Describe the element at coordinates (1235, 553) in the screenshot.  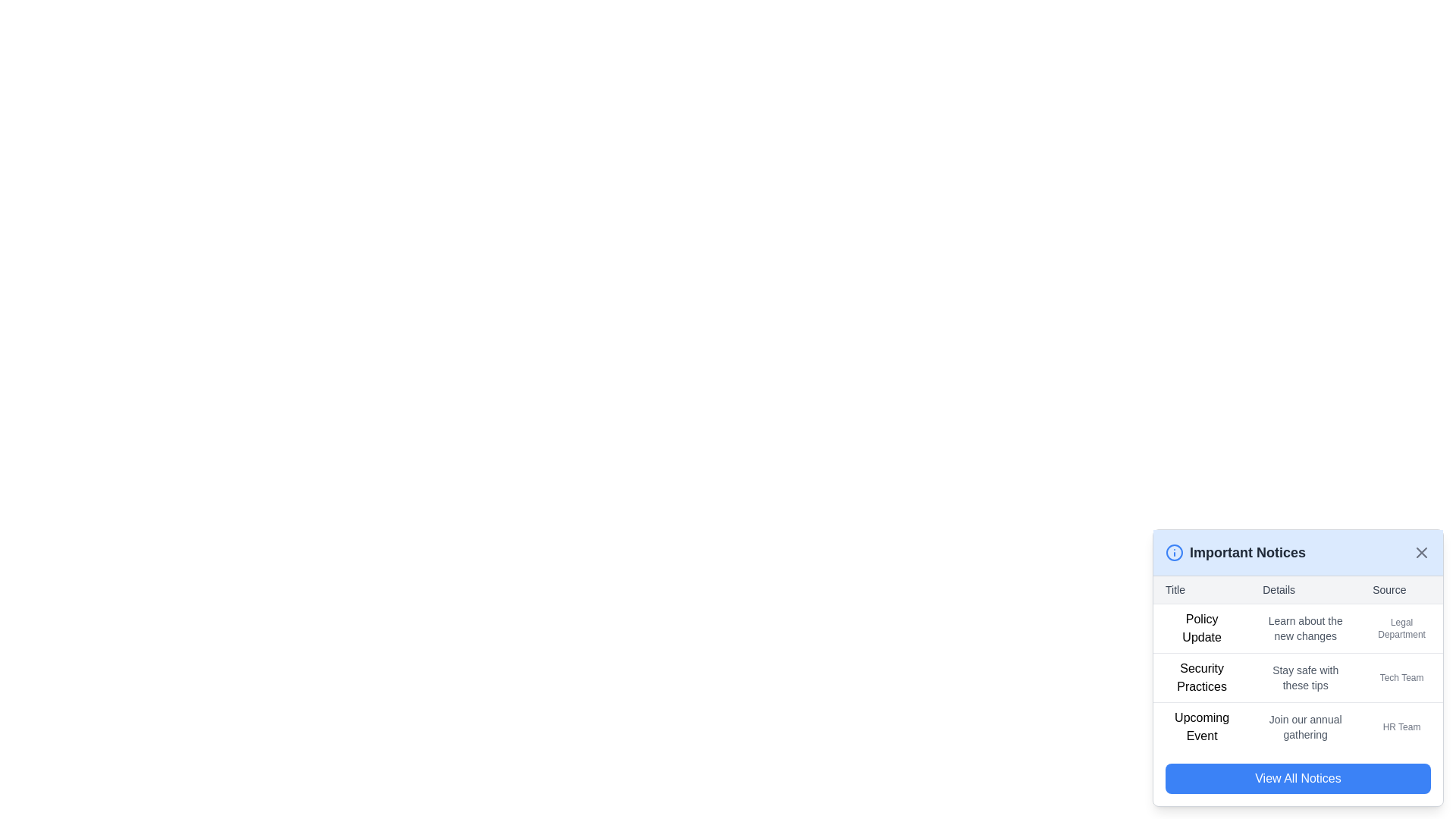
I see `the 'Important Notices' label and icon group` at that location.